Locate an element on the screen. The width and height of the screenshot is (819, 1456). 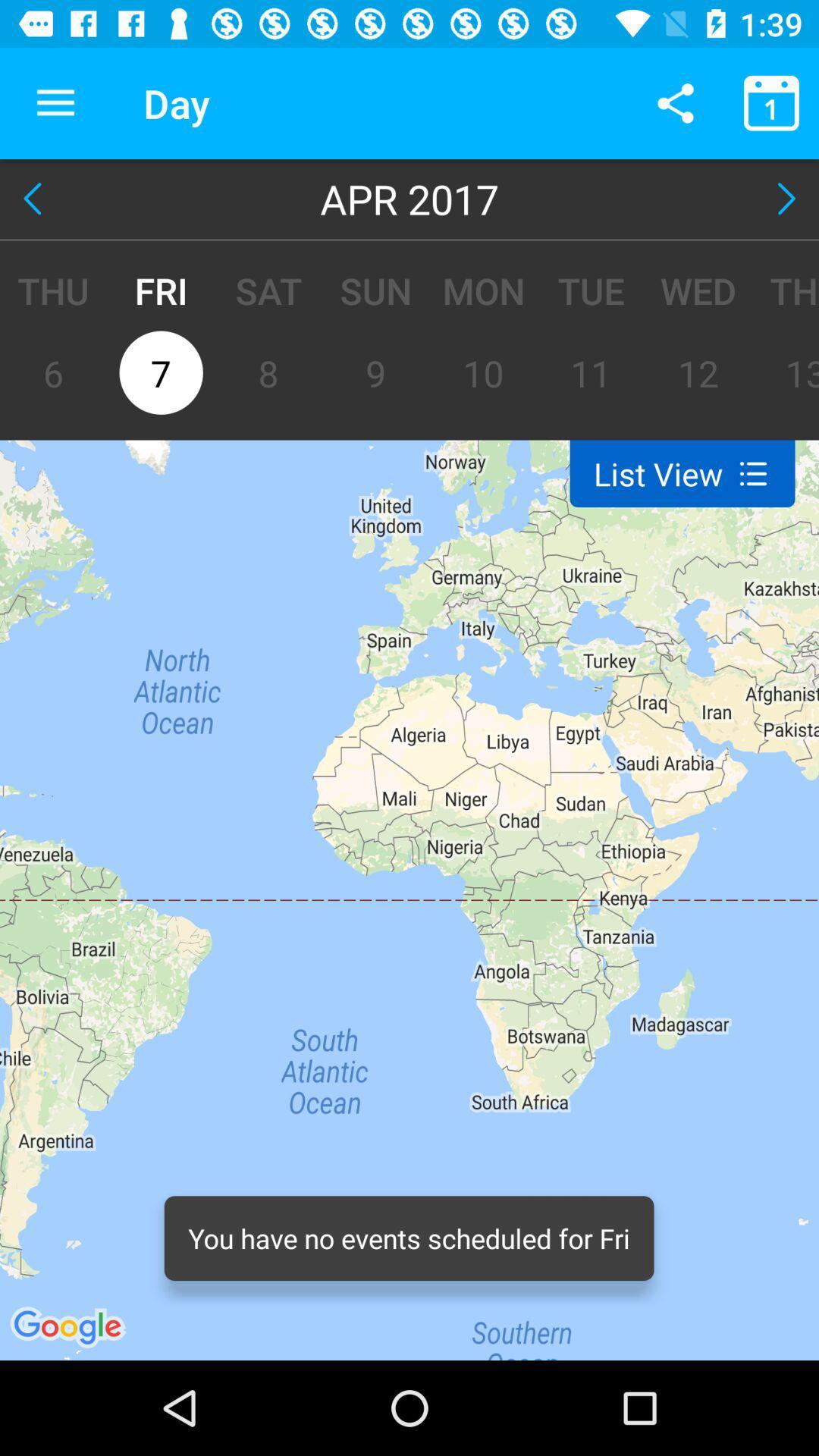
the item next to apr 2017 item is located at coordinates (35, 198).